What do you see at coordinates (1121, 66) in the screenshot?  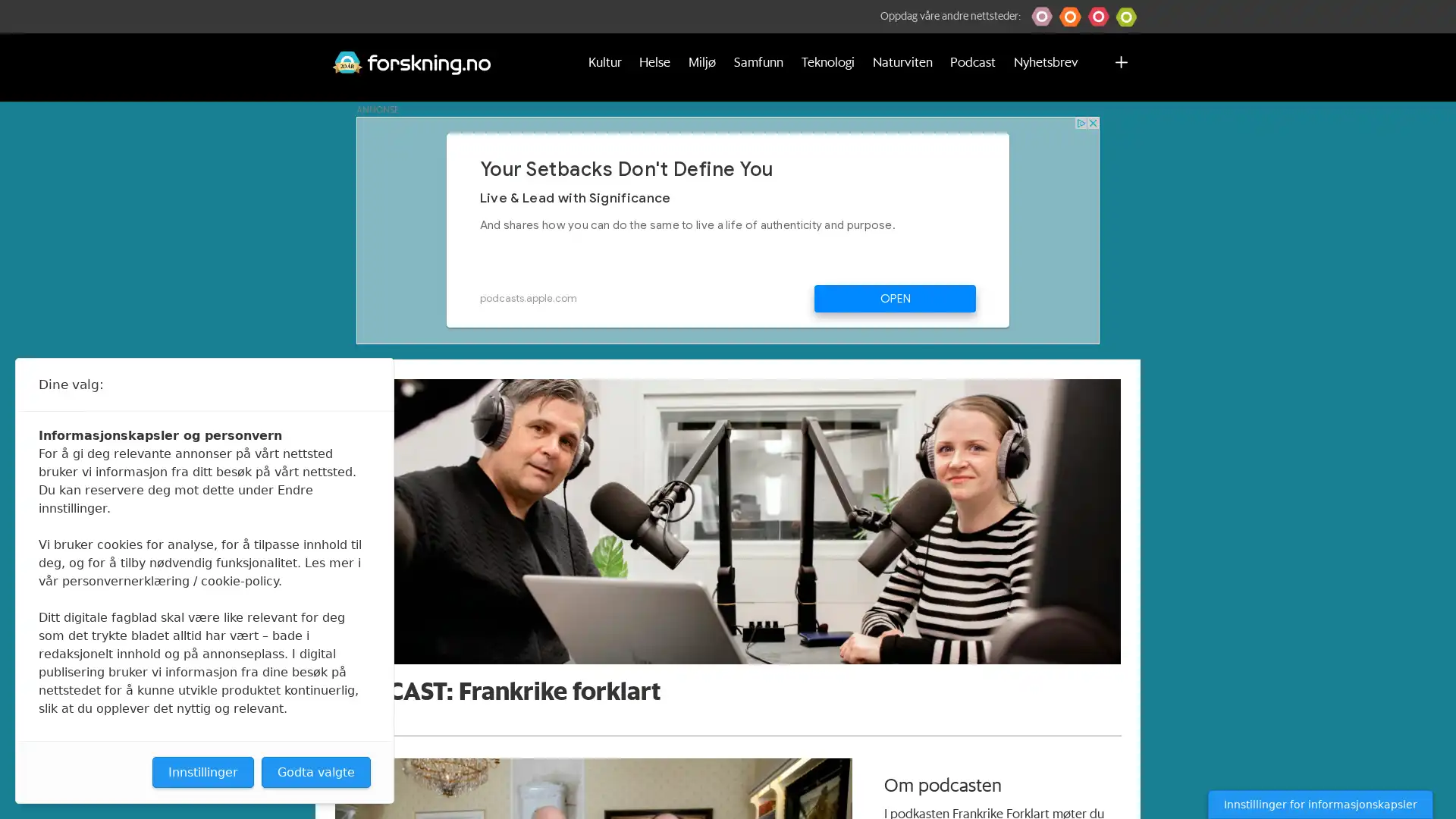 I see `Utvid meny` at bounding box center [1121, 66].